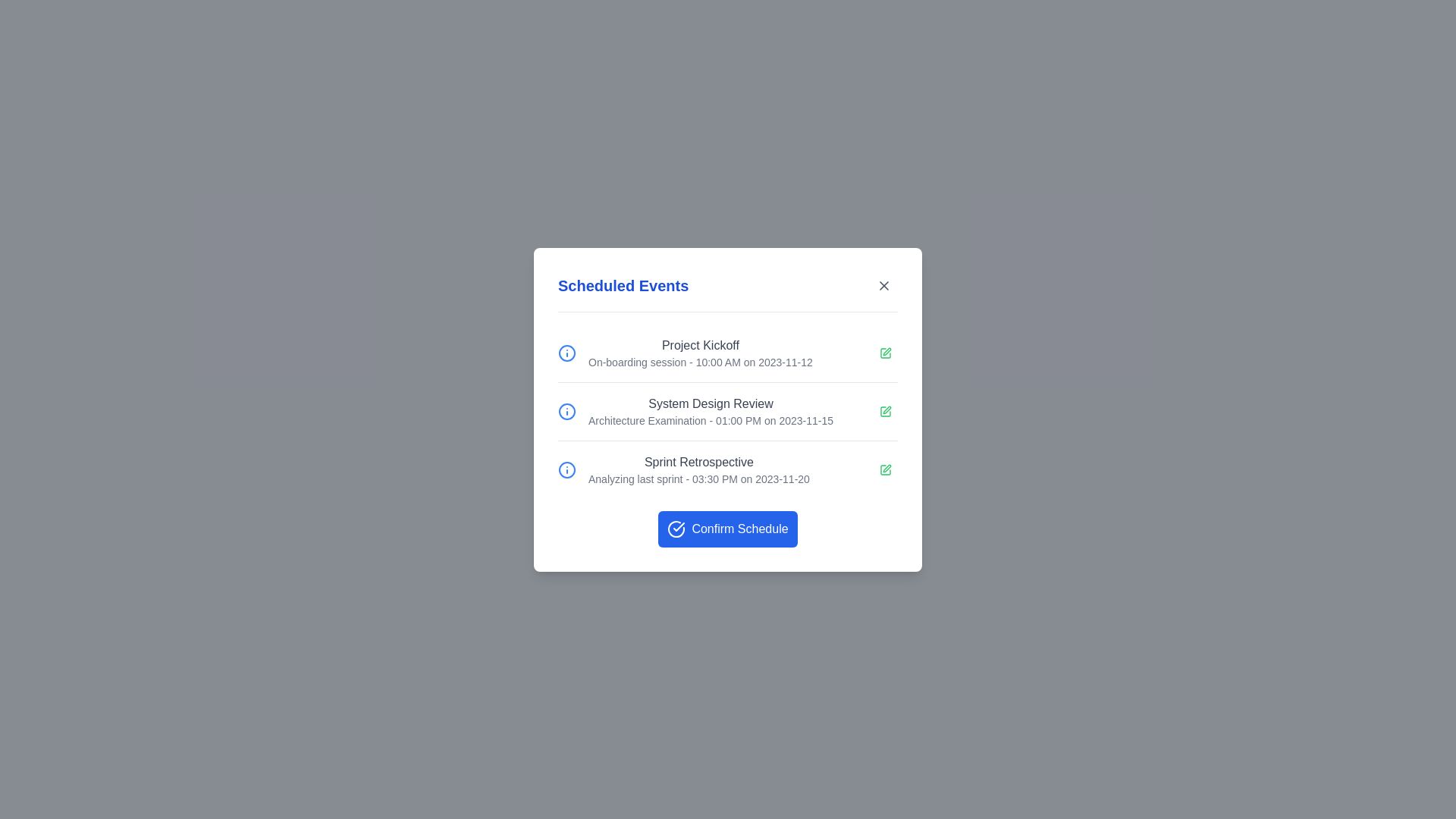 The image size is (1456, 819). What do you see at coordinates (728, 528) in the screenshot?
I see `the interactive element Confirm Schedule Button to observe its hover effect` at bounding box center [728, 528].